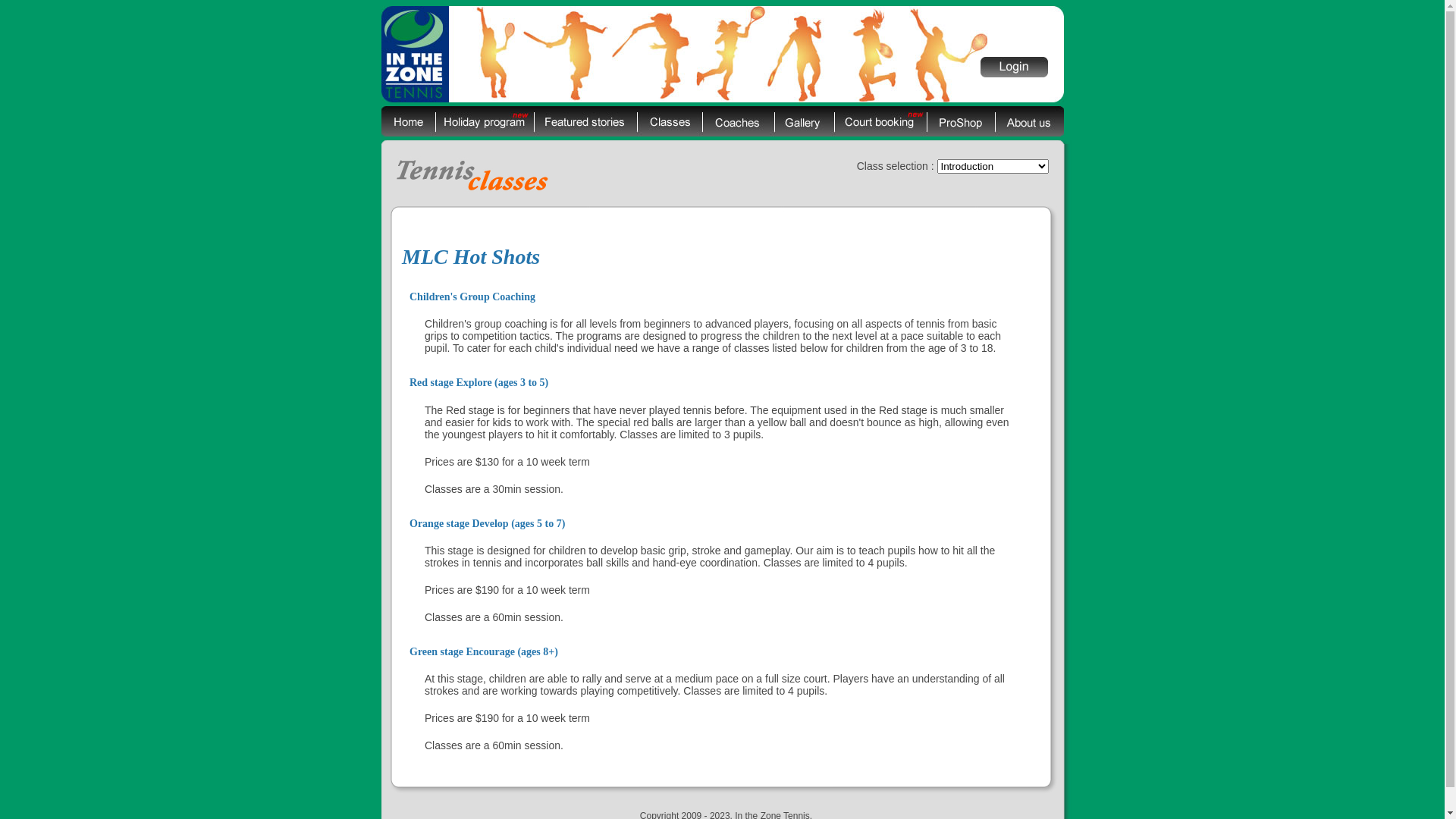 This screenshot has height=819, width=1456. What do you see at coordinates (483, 120) in the screenshot?
I see `'School Holiday Programs'` at bounding box center [483, 120].